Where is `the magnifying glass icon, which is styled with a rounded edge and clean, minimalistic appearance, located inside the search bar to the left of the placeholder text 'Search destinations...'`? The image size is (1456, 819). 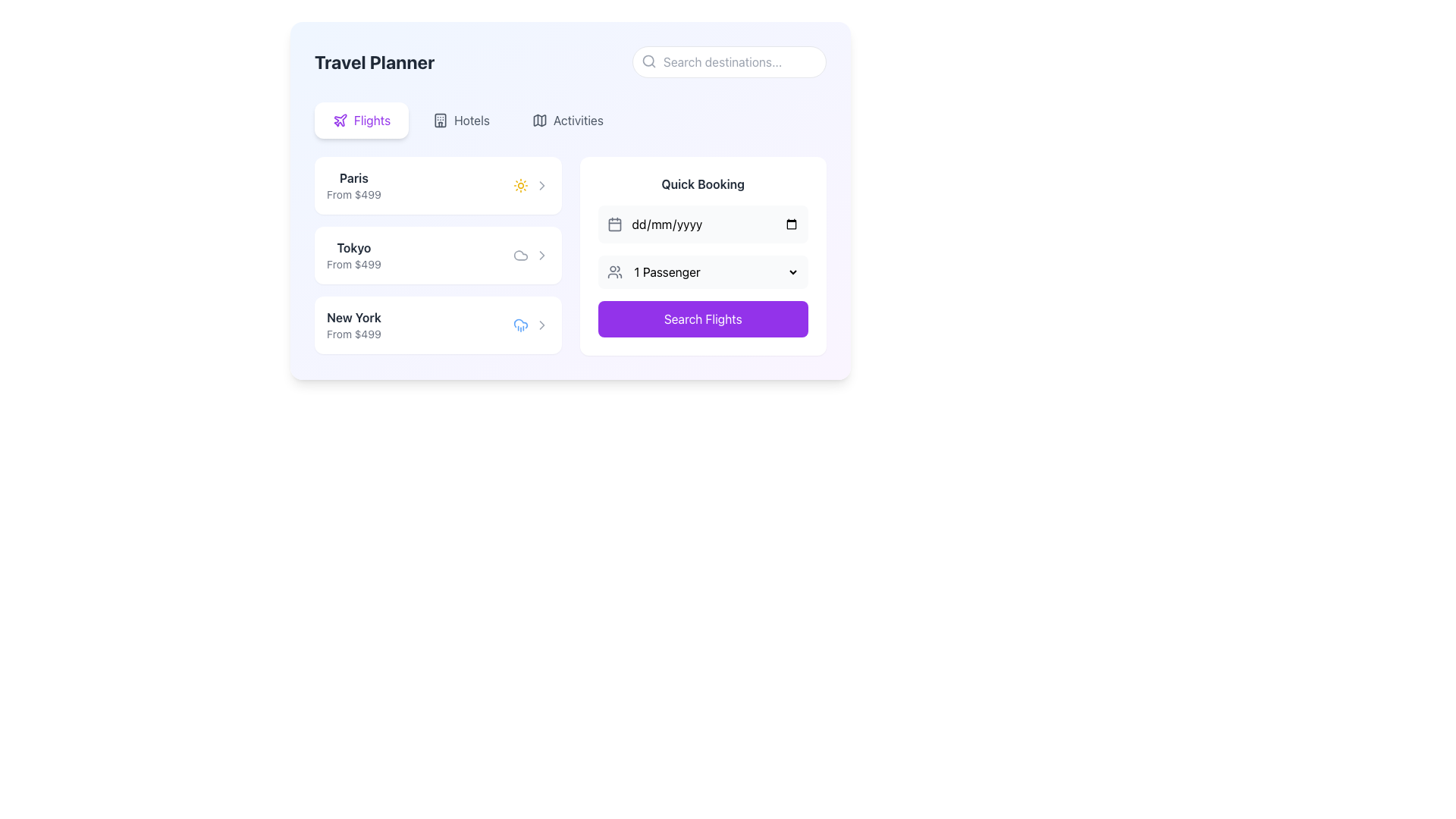
the magnifying glass icon, which is styled with a rounded edge and clean, minimalistic appearance, located inside the search bar to the left of the placeholder text 'Search destinations...' is located at coordinates (648, 61).